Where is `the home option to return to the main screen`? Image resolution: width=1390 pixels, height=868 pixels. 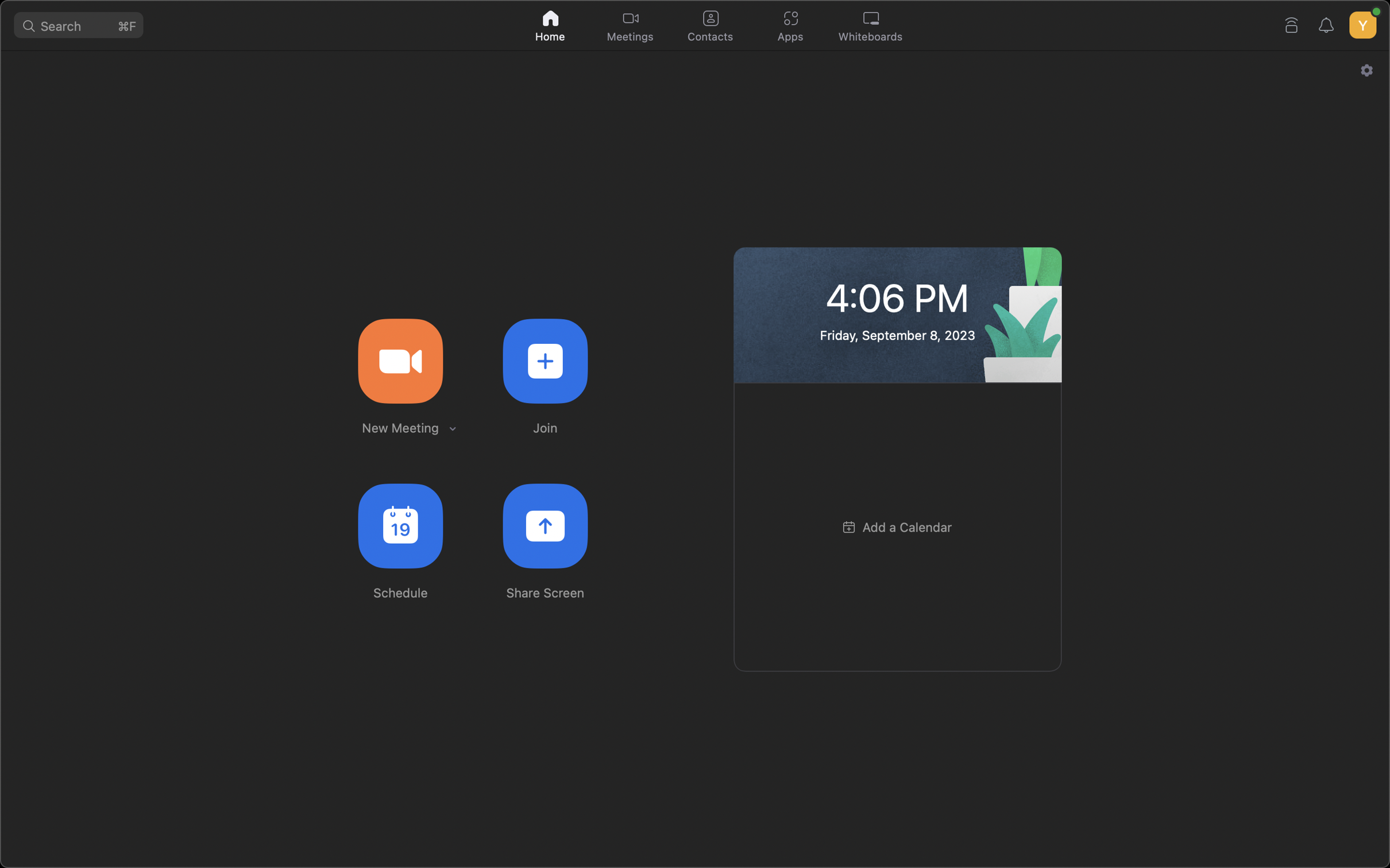
the home option to return to the main screen is located at coordinates (551, 24).